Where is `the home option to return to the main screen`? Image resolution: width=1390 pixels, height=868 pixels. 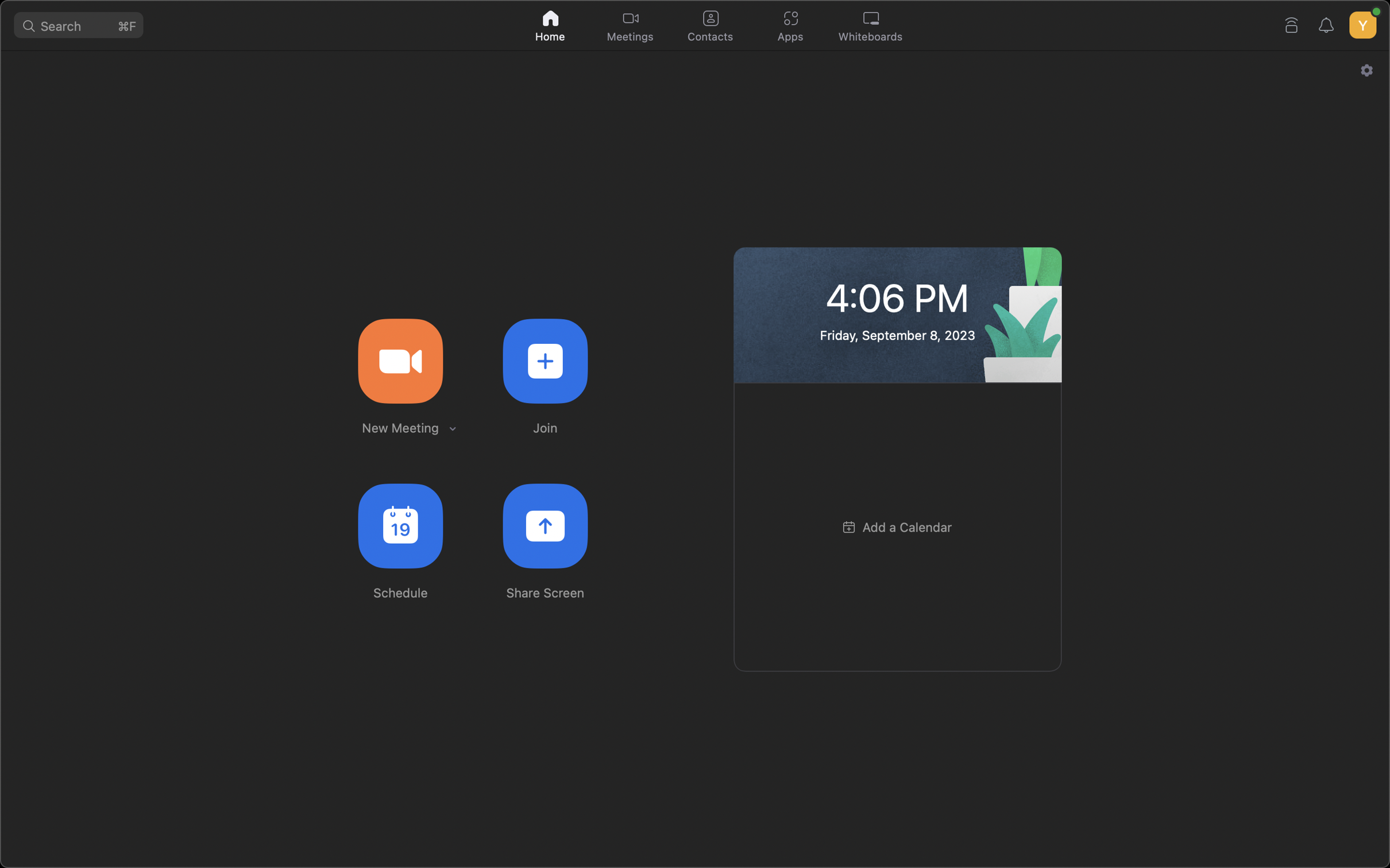
the home option to return to the main screen is located at coordinates (551, 24).